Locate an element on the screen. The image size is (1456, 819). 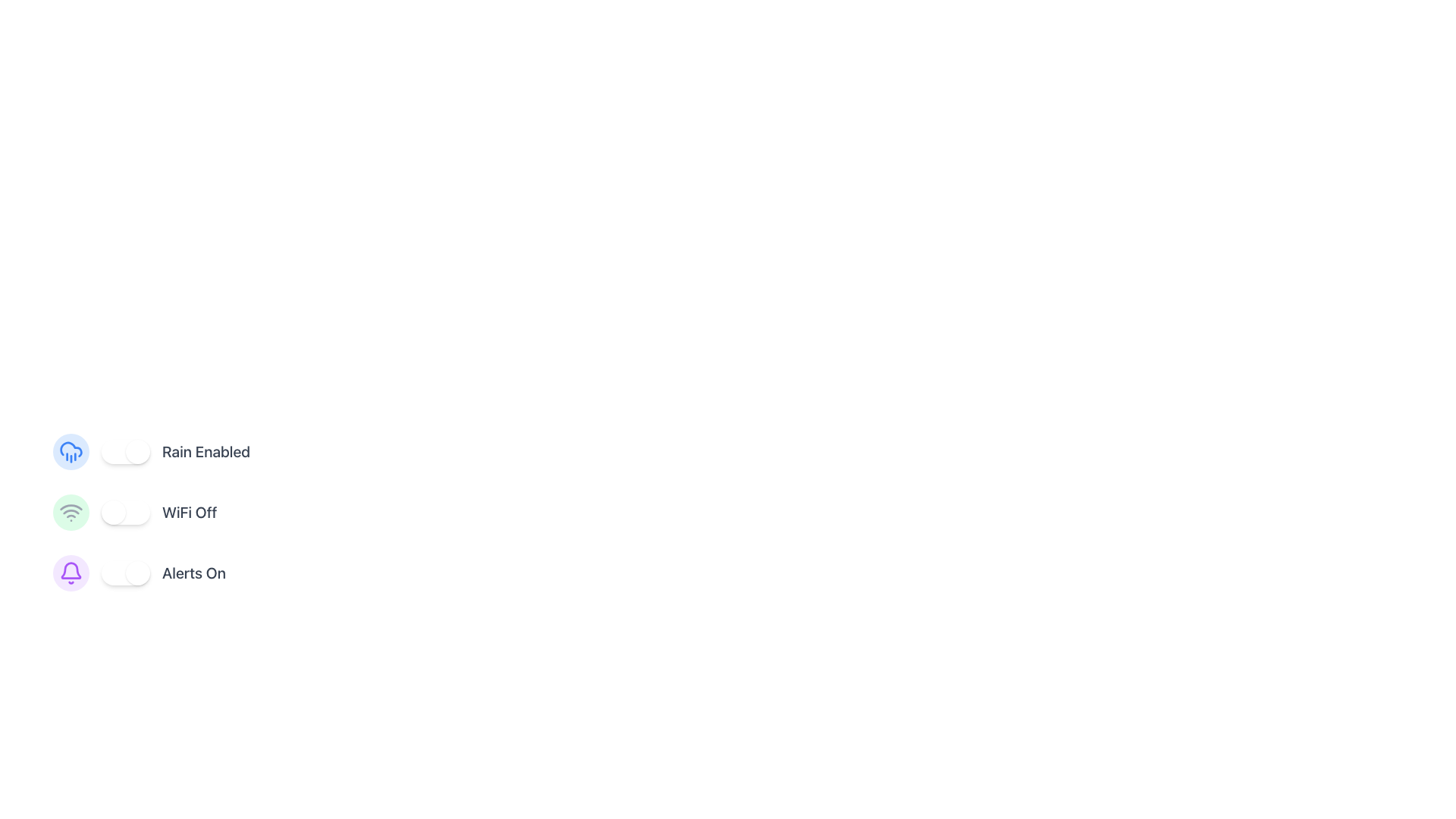
the toggle switch for WiFi, located in the second row of the settings list, to change its state from 'WiFi Off' to 'WiFi On' is located at coordinates (126, 512).